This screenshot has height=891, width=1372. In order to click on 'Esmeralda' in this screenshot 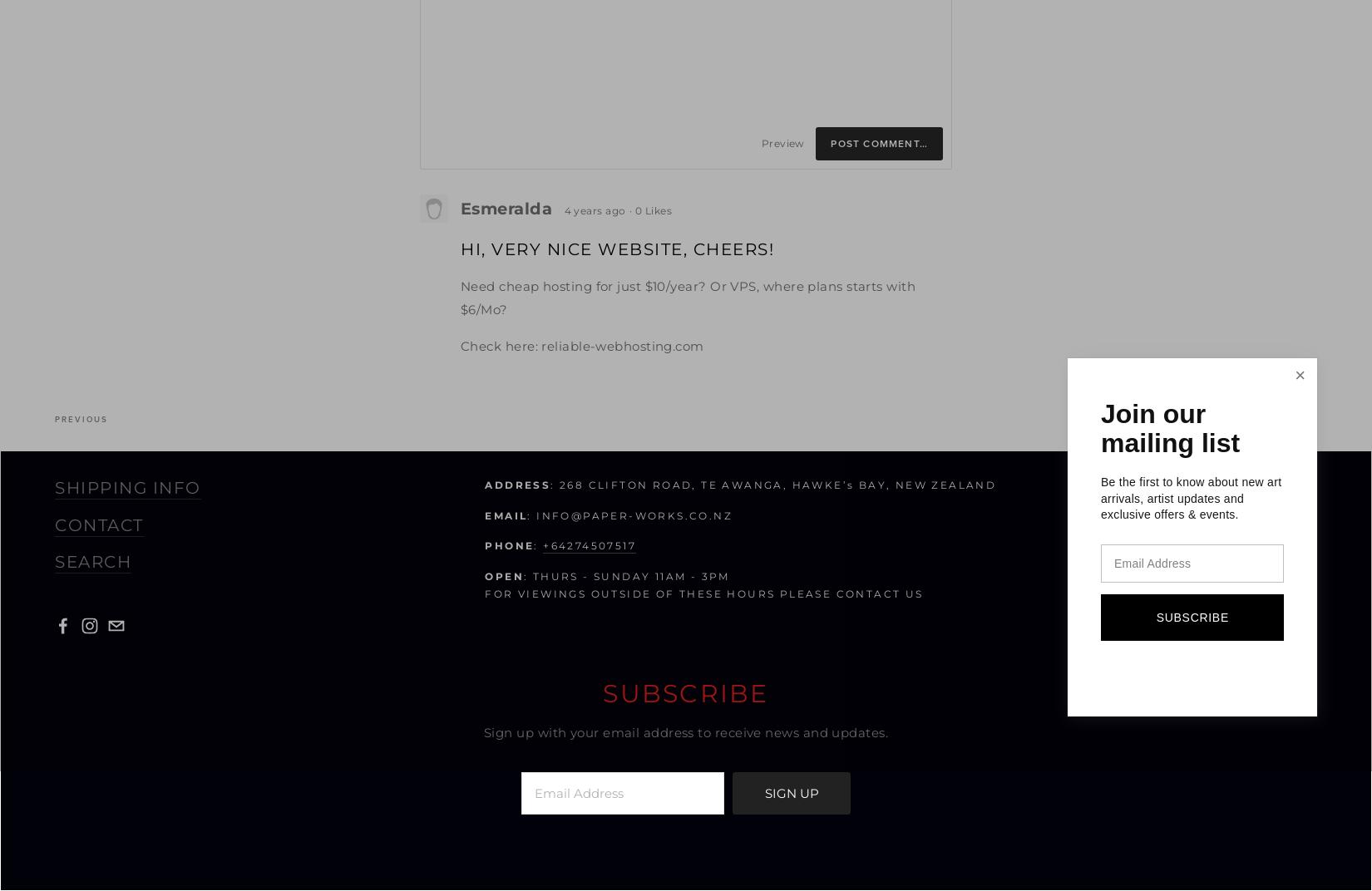, I will do `click(506, 207)`.